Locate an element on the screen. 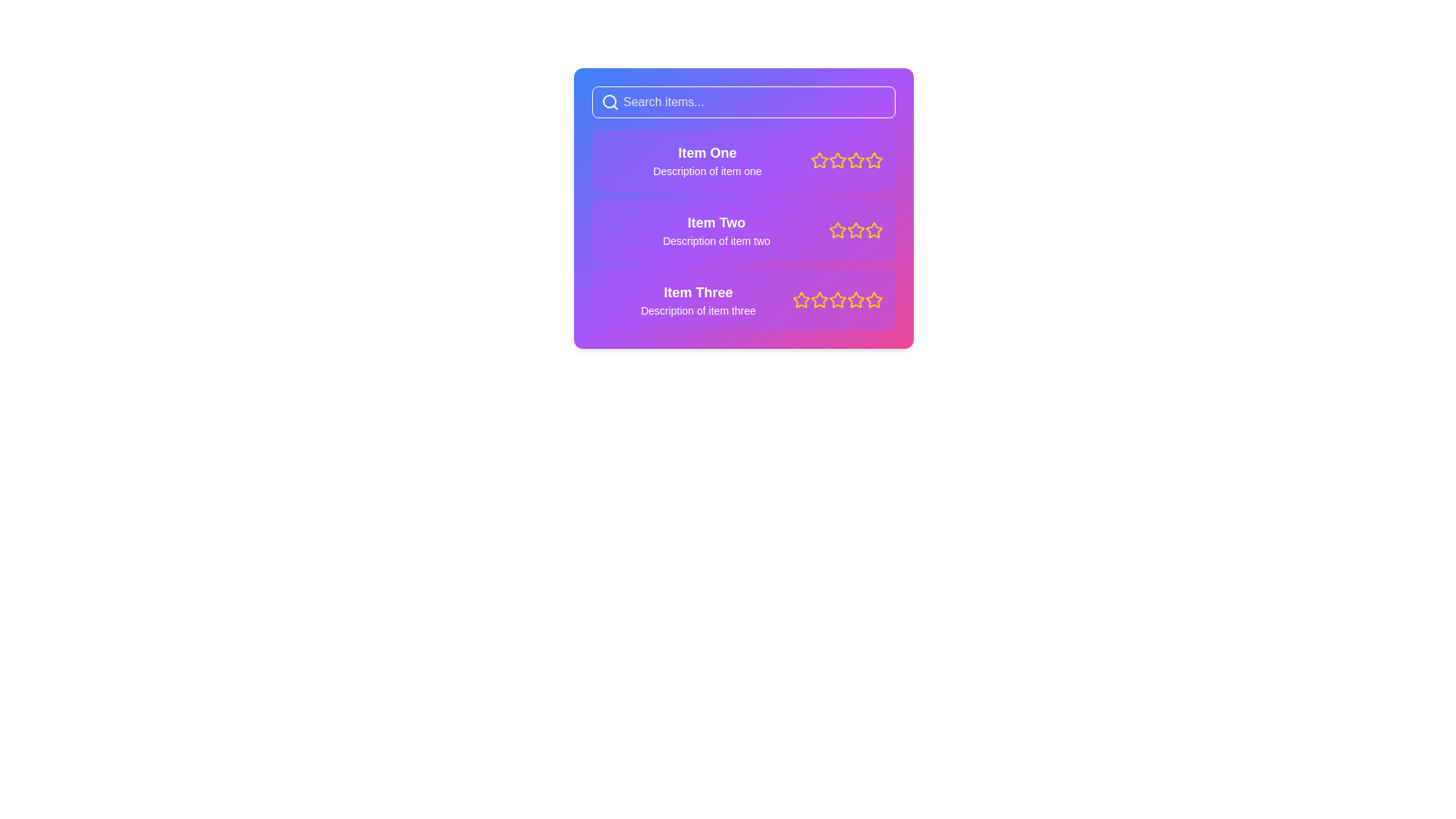  text label that serves as the title for the first content card, which is positioned at the top-left corner of the card, above the descriptive text and to the left of the rating stars is located at coordinates (706, 152).